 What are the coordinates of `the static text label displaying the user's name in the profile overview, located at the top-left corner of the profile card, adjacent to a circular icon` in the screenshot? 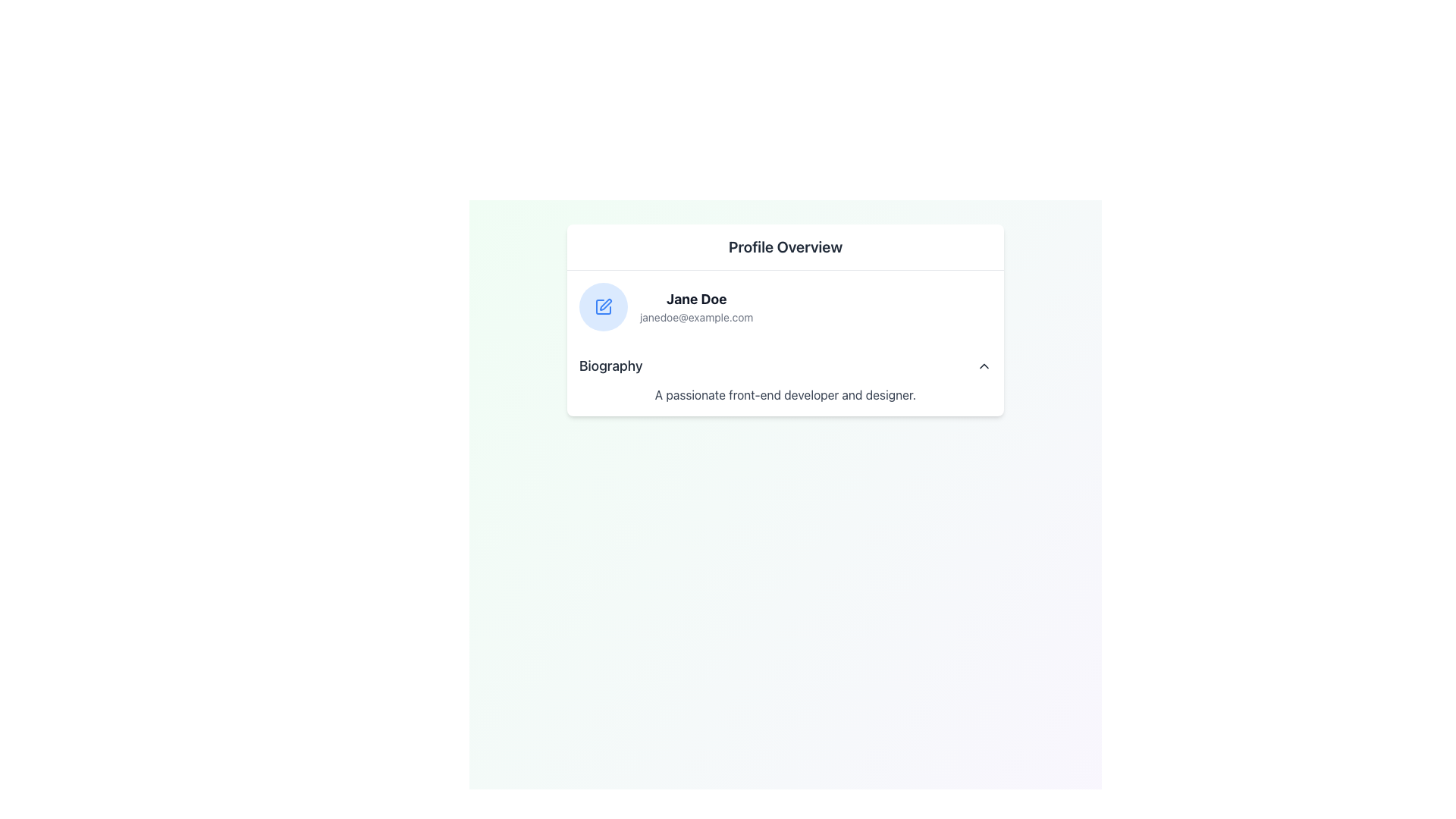 It's located at (695, 299).